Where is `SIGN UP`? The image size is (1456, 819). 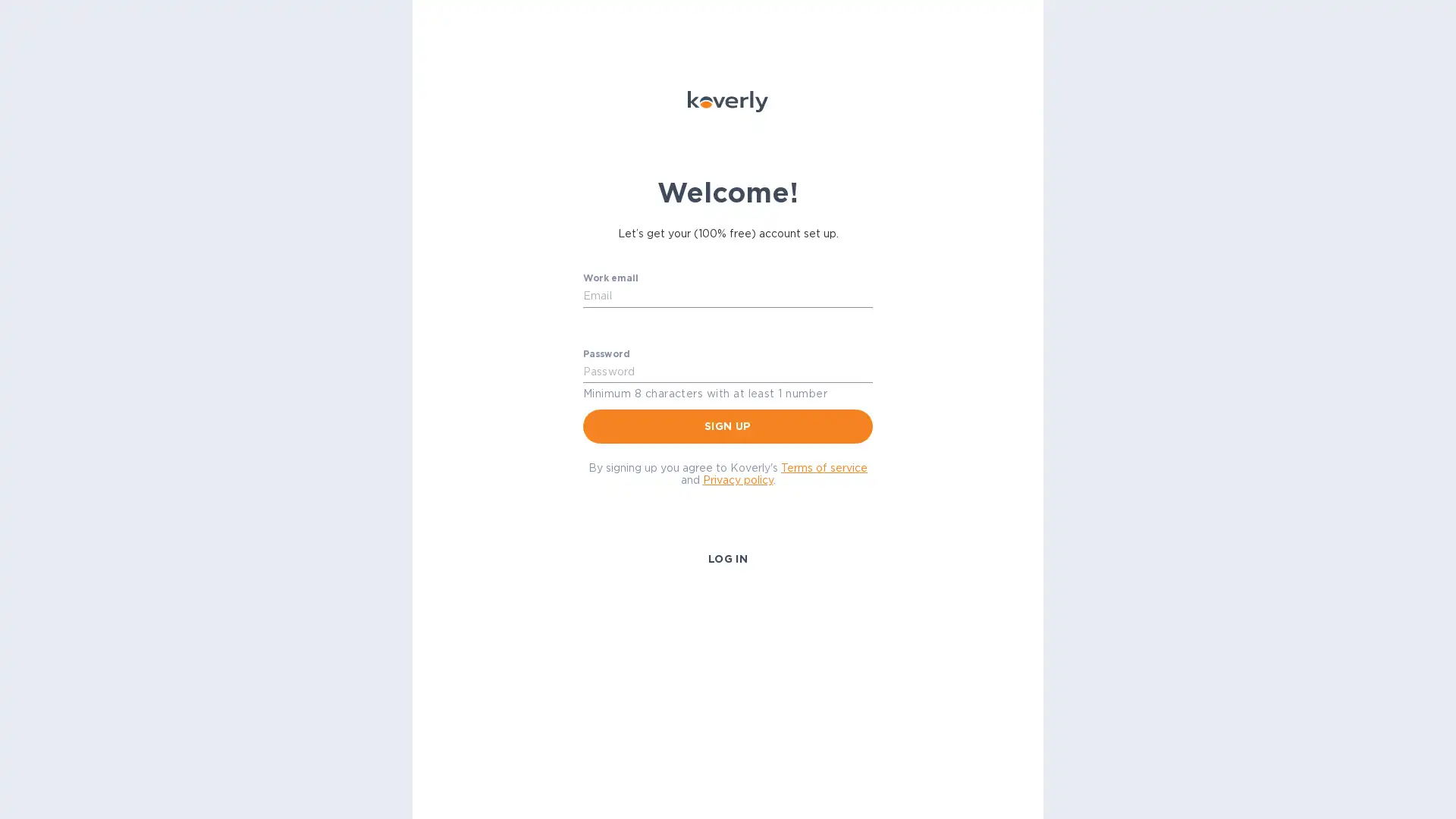
SIGN UP is located at coordinates (728, 425).